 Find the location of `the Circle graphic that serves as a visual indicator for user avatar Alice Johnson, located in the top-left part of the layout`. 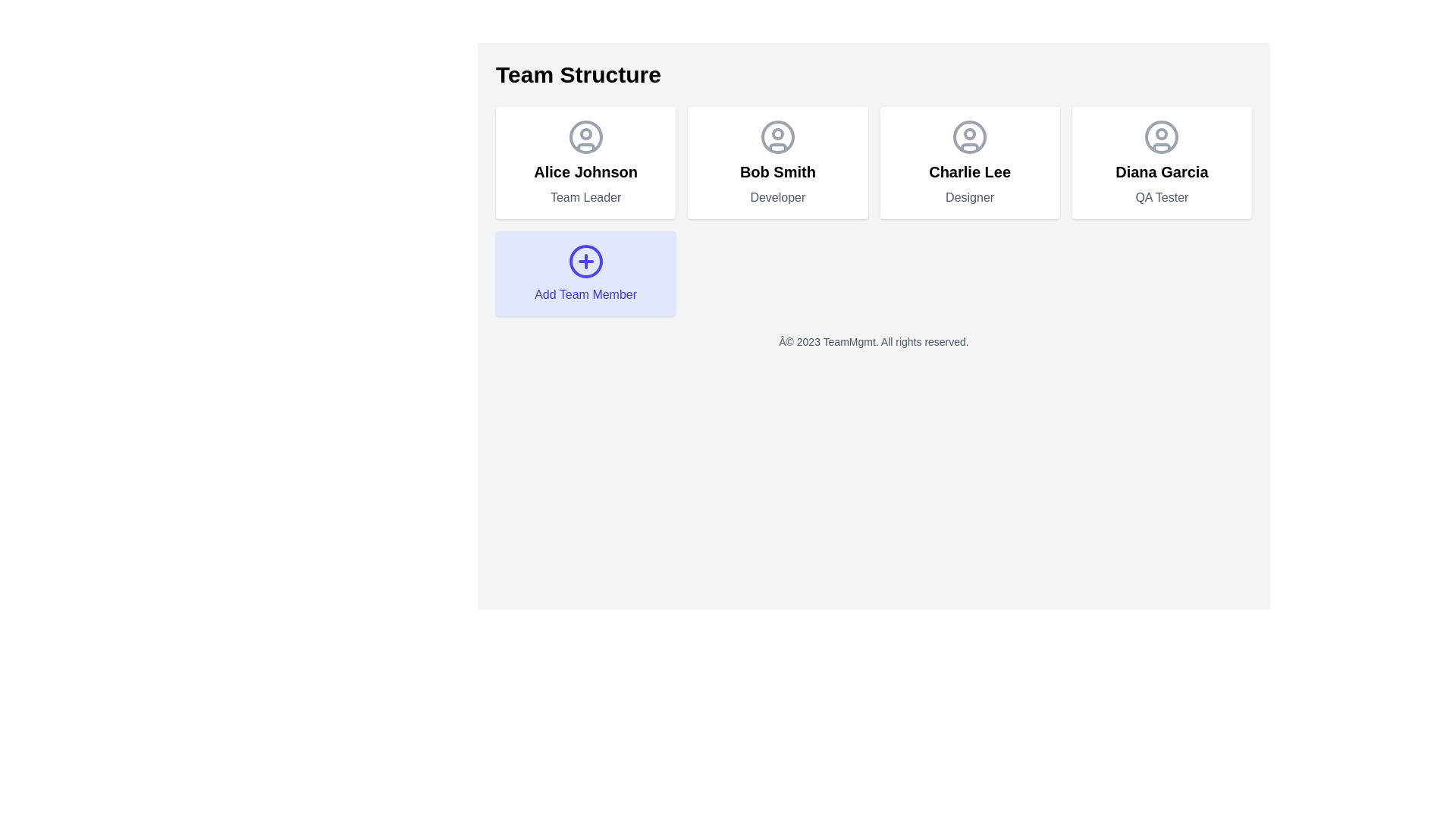

the Circle graphic that serves as a visual indicator for user avatar Alice Johnson, located in the top-left part of the layout is located at coordinates (585, 133).